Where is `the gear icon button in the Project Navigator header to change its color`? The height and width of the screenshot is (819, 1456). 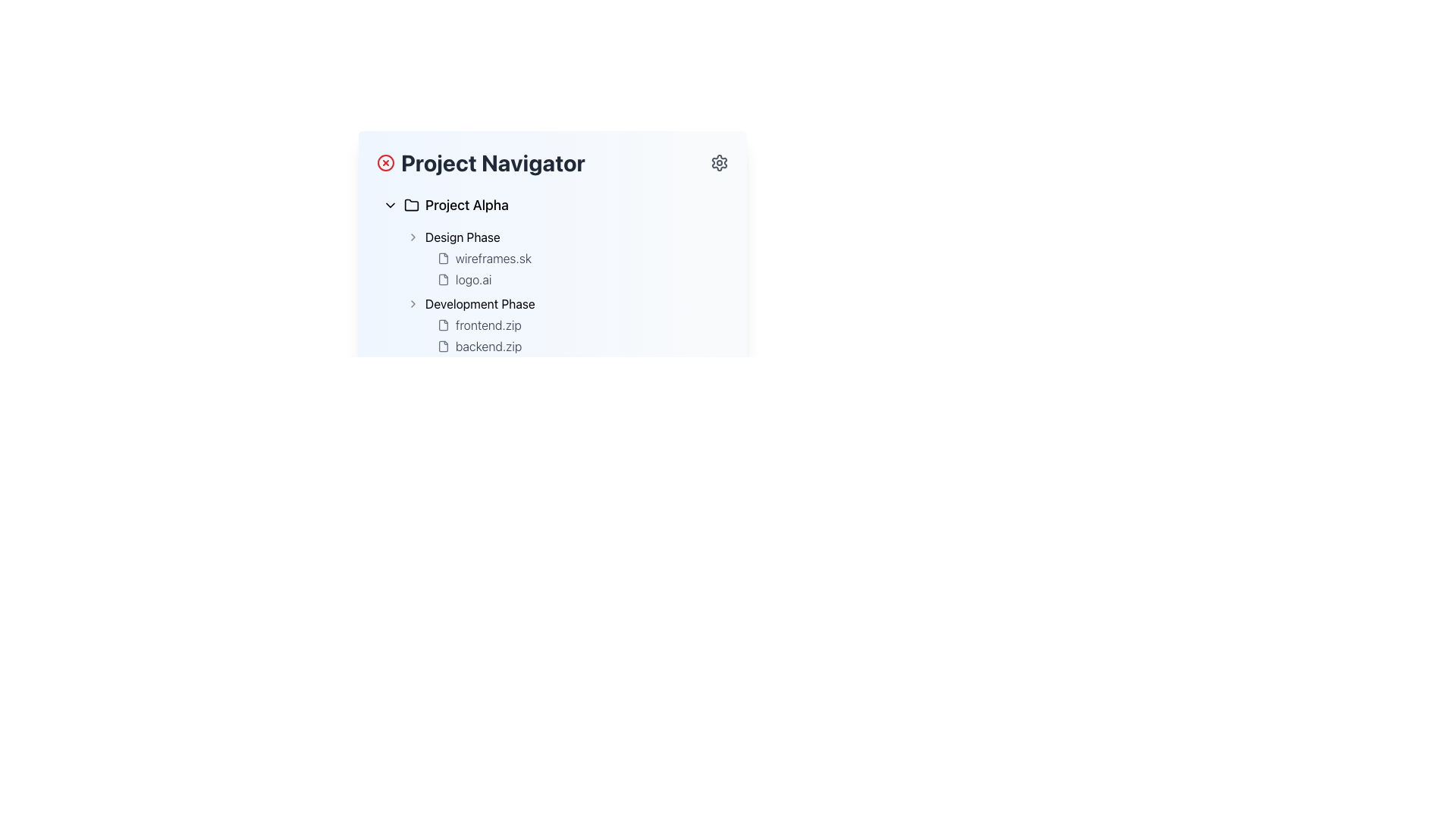 the gear icon button in the Project Navigator header to change its color is located at coordinates (719, 163).